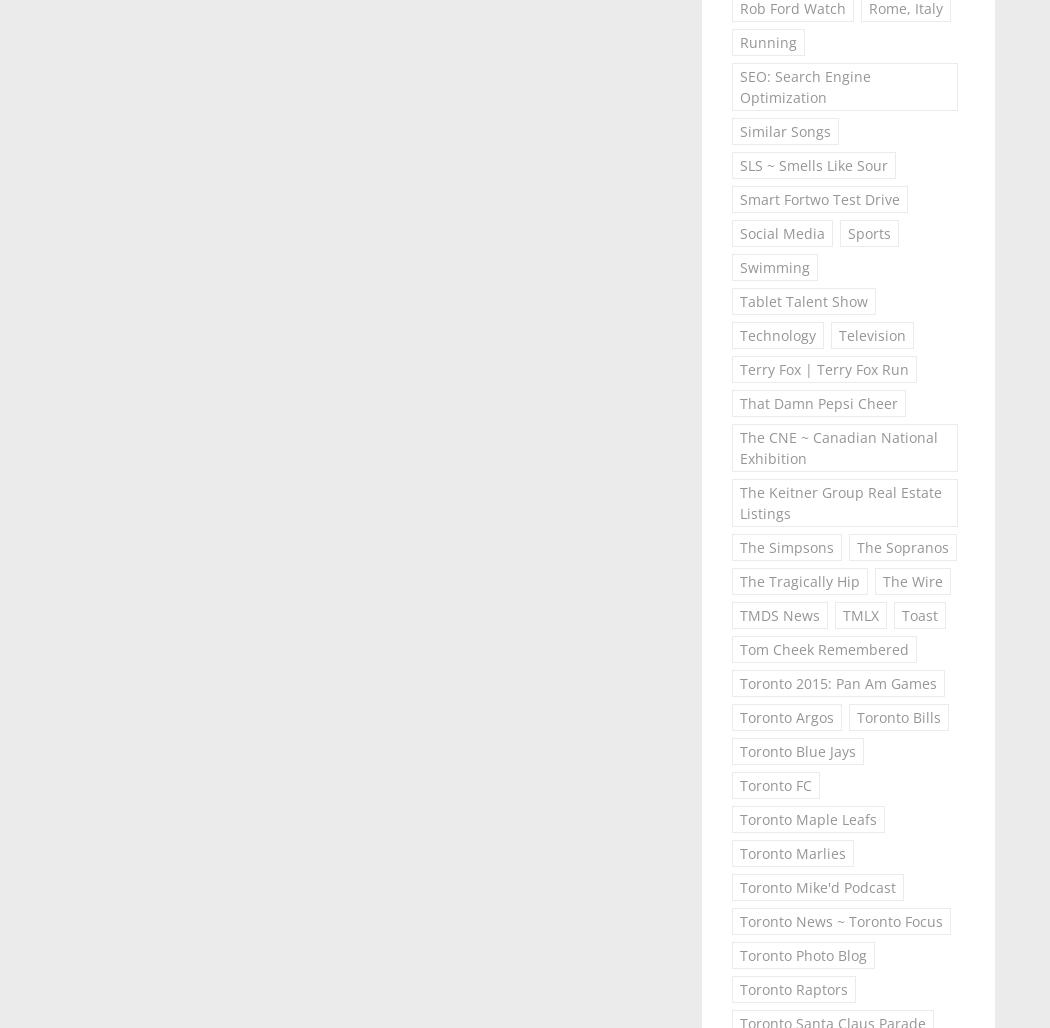 The image size is (1050, 1028). What do you see at coordinates (918, 614) in the screenshot?
I see `'Toast'` at bounding box center [918, 614].